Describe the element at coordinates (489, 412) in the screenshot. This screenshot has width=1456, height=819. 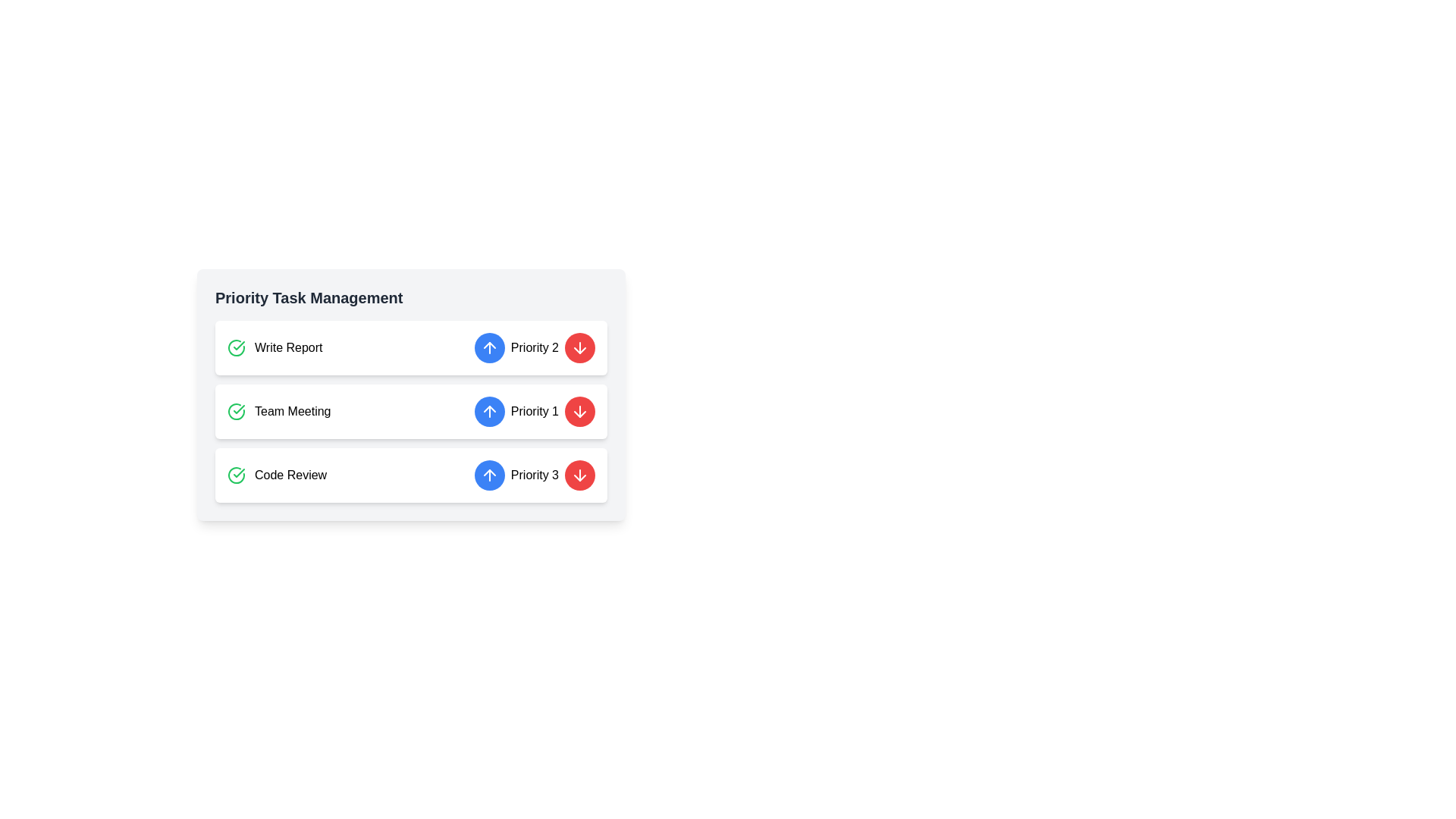
I see `the circular blue button with a white upward-facing arrow icon located to the left of 'Priority 1' and to the right of the 'Team Meeting' task indicator to increase the task priority` at that location.